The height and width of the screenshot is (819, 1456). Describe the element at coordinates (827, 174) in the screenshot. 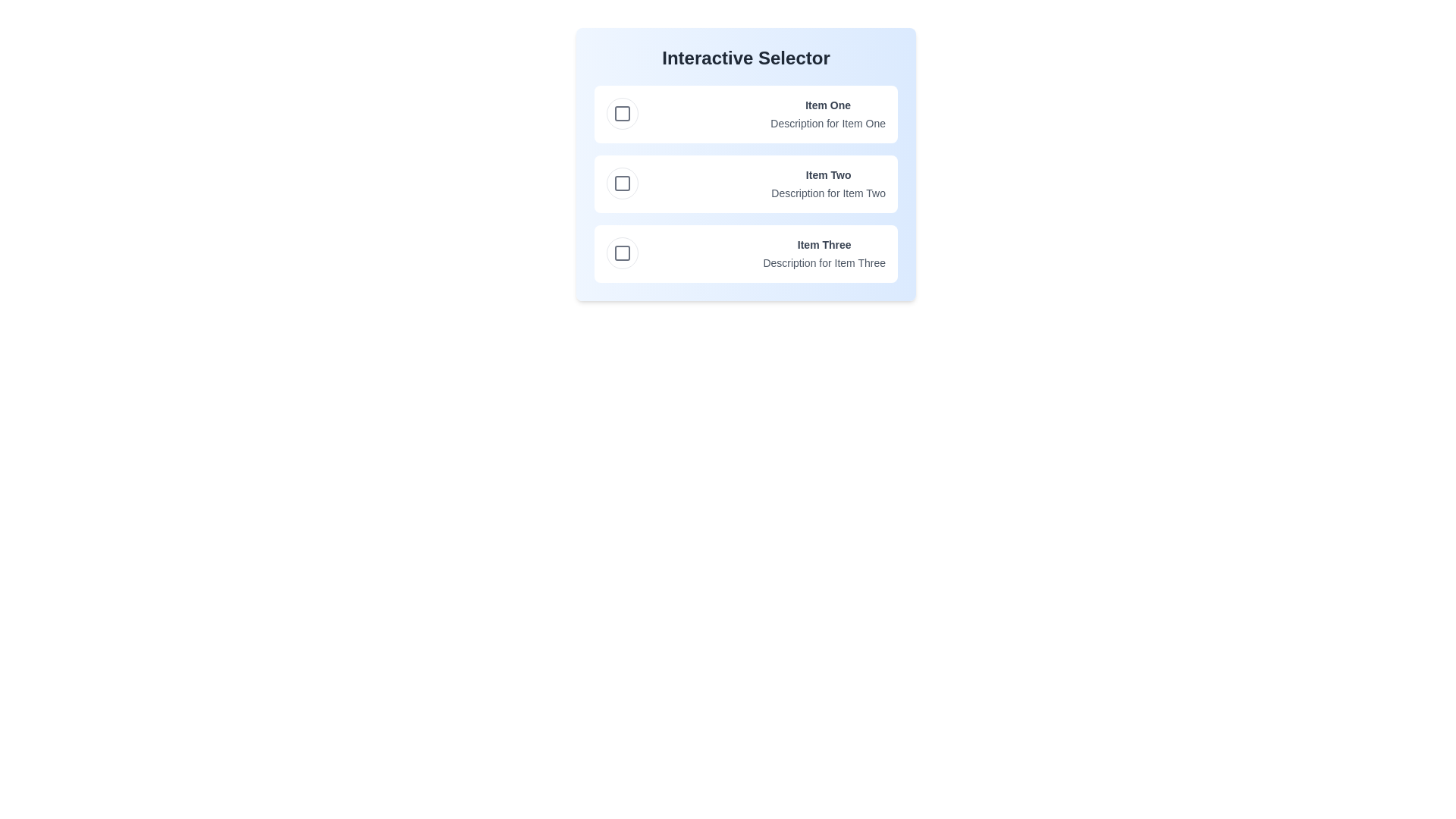

I see `the Text label that identifies the second entry in the list, positioned in the middle row and adjacent to a circular checkbox on the left` at that location.